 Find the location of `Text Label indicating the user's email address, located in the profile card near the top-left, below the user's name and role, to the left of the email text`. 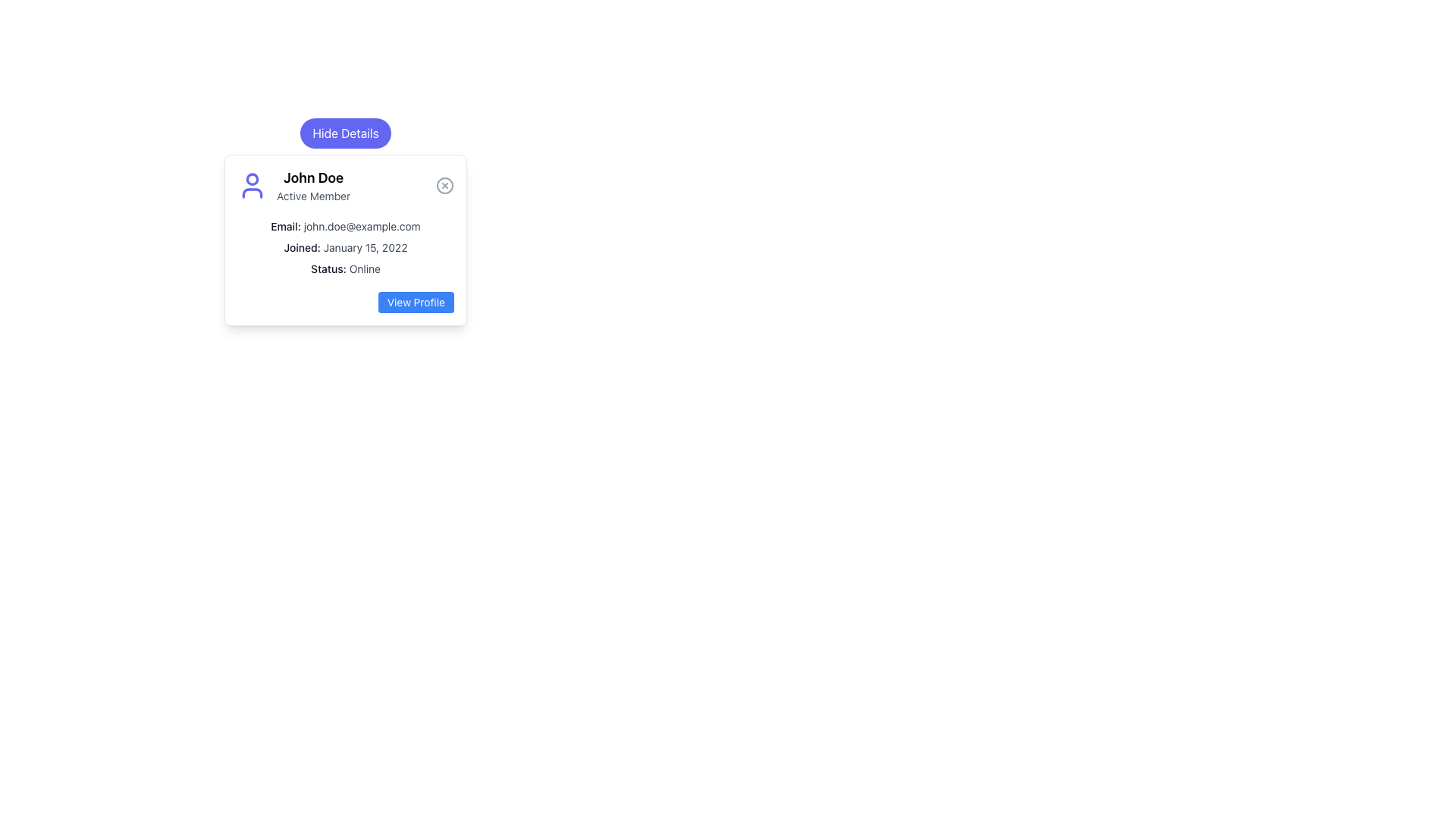

Text Label indicating the user's email address, located in the profile card near the top-left, below the user's name and role, to the left of the email text is located at coordinates (286, 226).